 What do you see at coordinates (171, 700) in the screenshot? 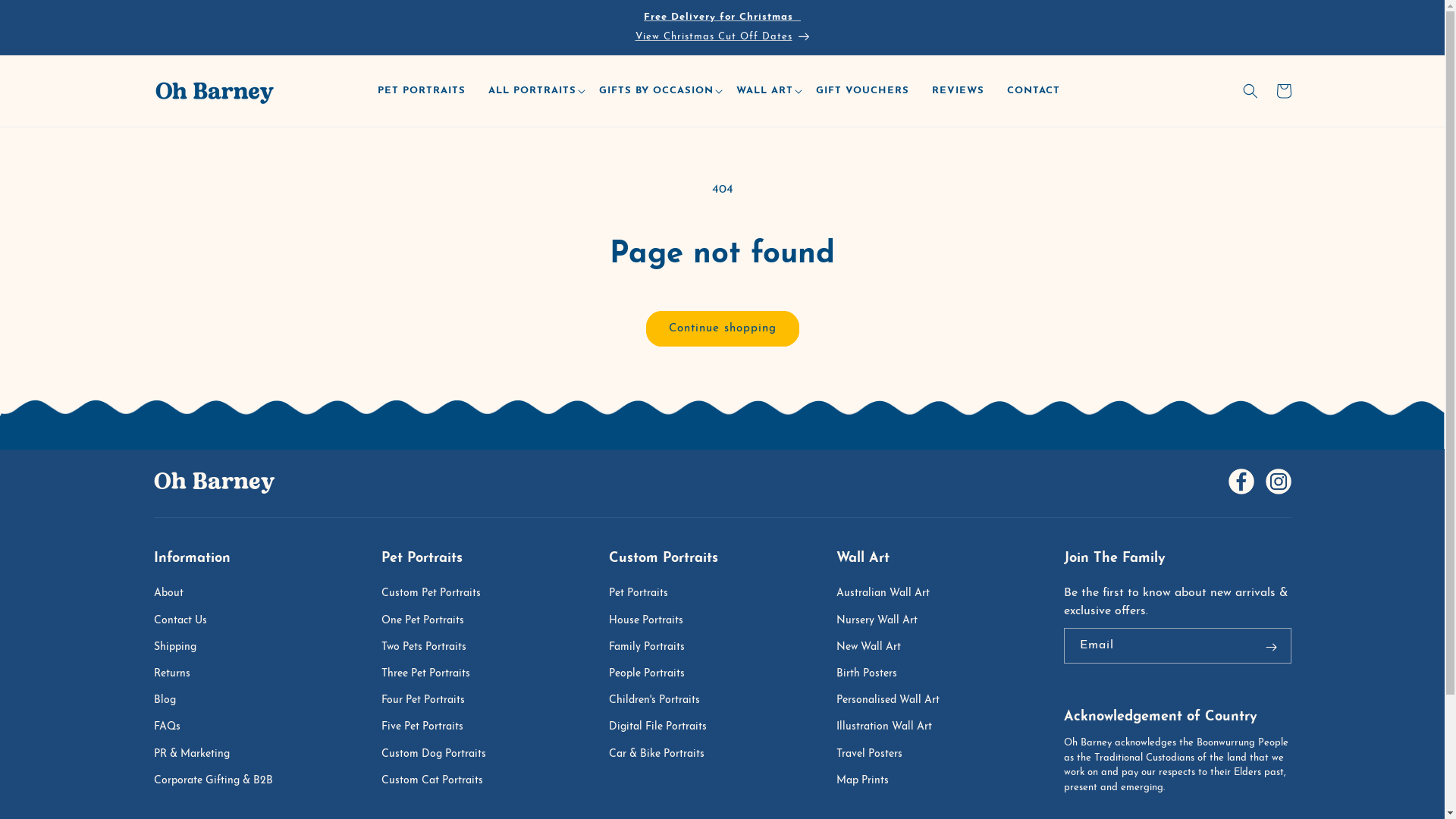
I see `'Blog'` at bounding box center [171, 700].